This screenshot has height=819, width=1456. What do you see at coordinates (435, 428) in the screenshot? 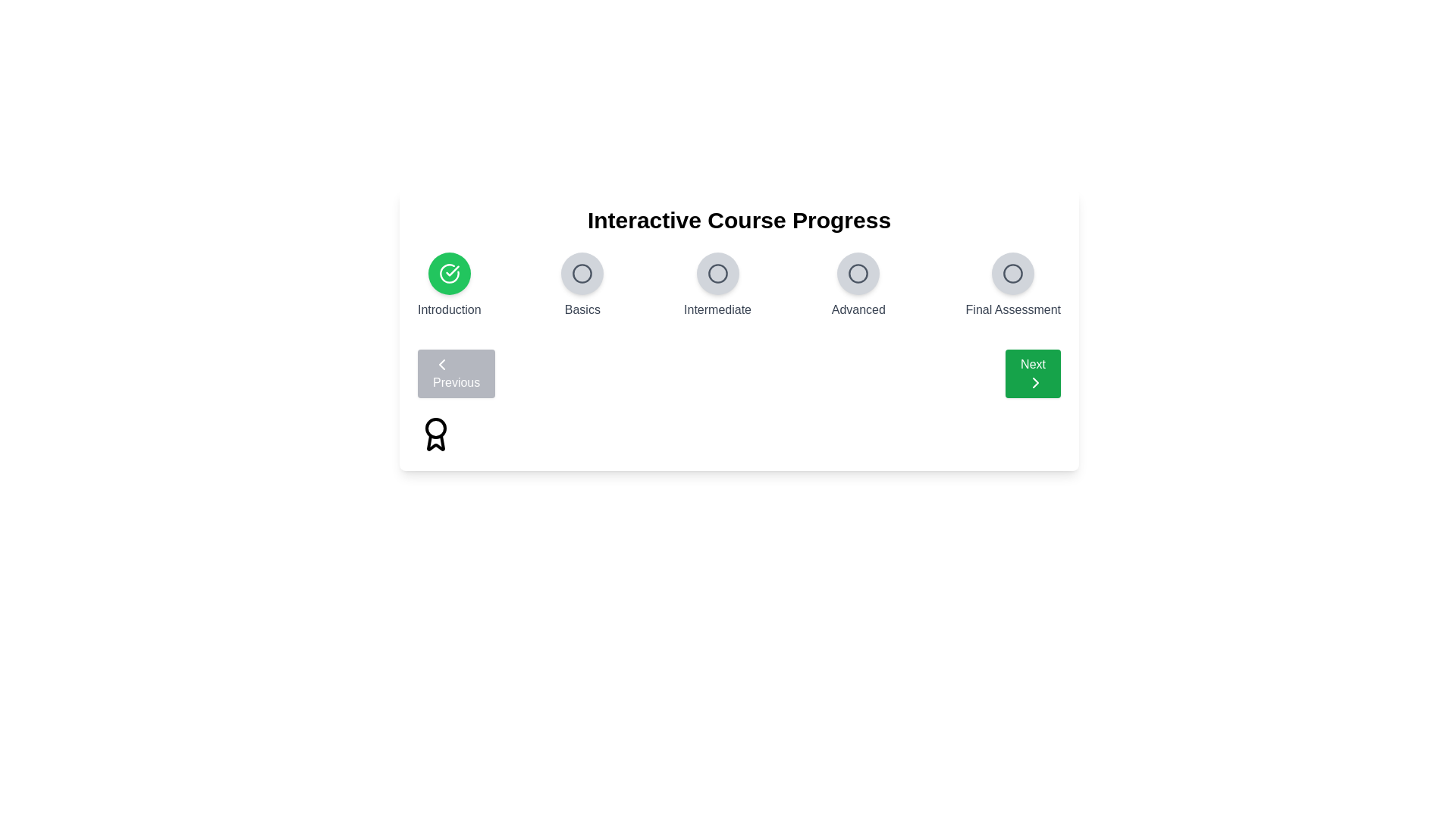
I see `the inner circle of the award badge located near the bottom-left corner of the interface, which is part of an SVG graphic` at bounding box center [435, 428].